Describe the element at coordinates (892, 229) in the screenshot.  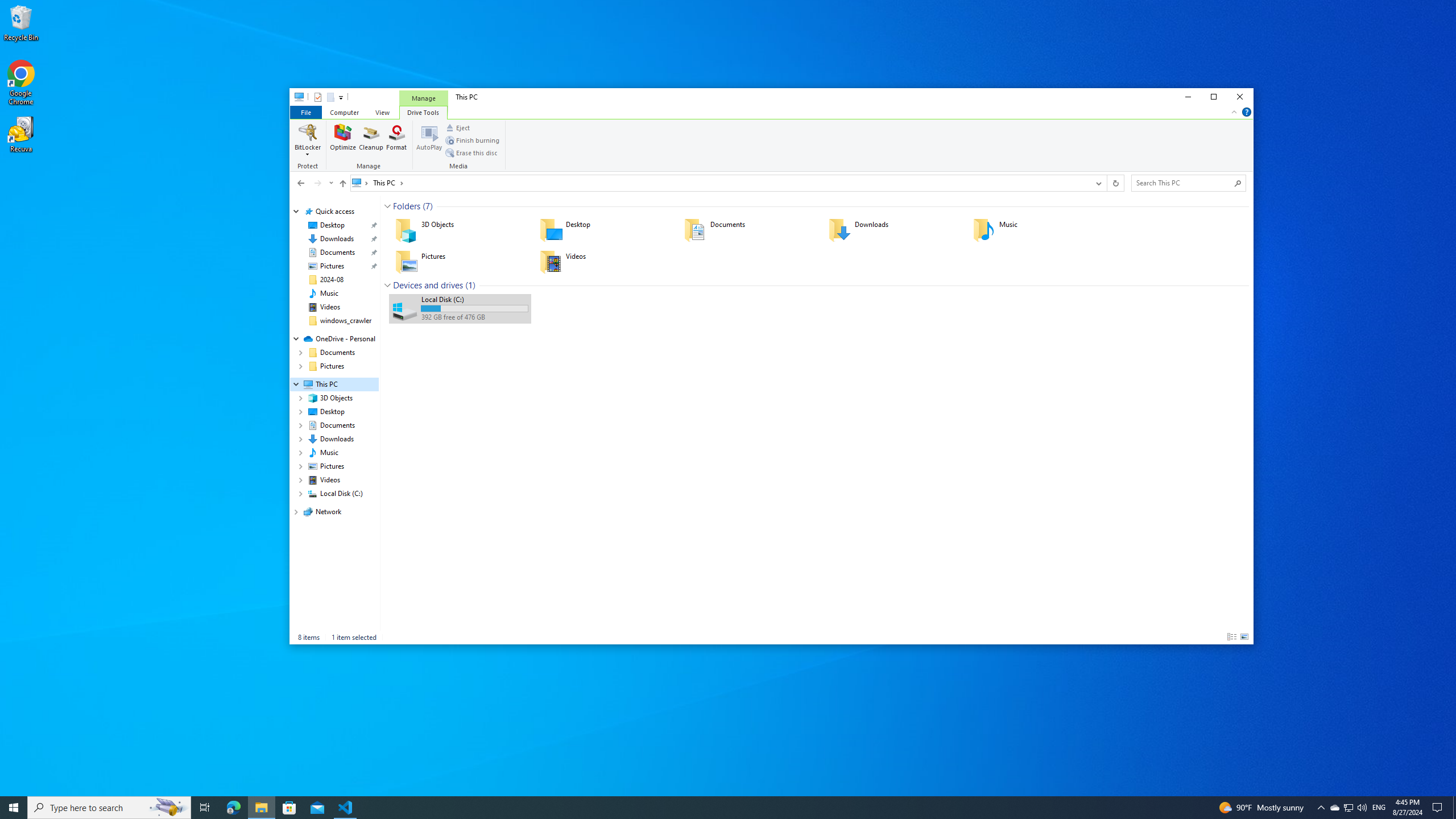
I see `'Downloads'` at that location.